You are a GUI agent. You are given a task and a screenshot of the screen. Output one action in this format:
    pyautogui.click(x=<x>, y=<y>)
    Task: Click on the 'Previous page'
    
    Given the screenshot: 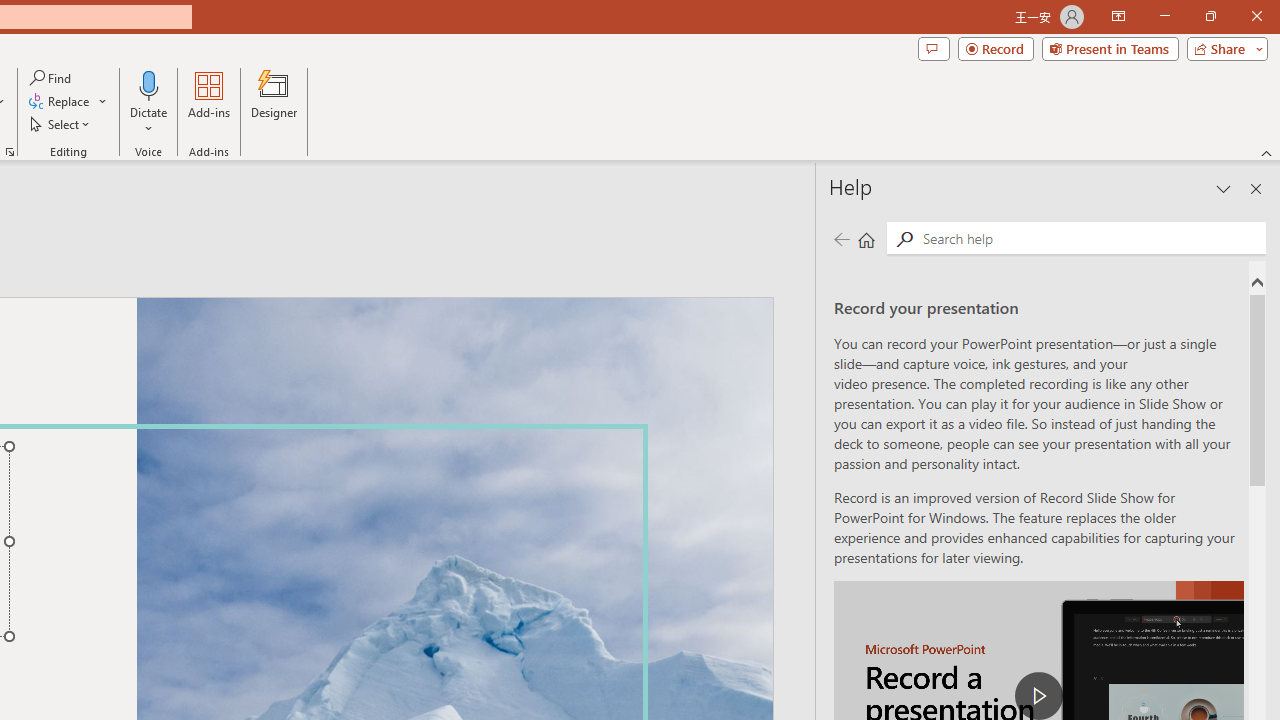 What is the action you would take?
    pyautogui.click(x=841, y=238)
    